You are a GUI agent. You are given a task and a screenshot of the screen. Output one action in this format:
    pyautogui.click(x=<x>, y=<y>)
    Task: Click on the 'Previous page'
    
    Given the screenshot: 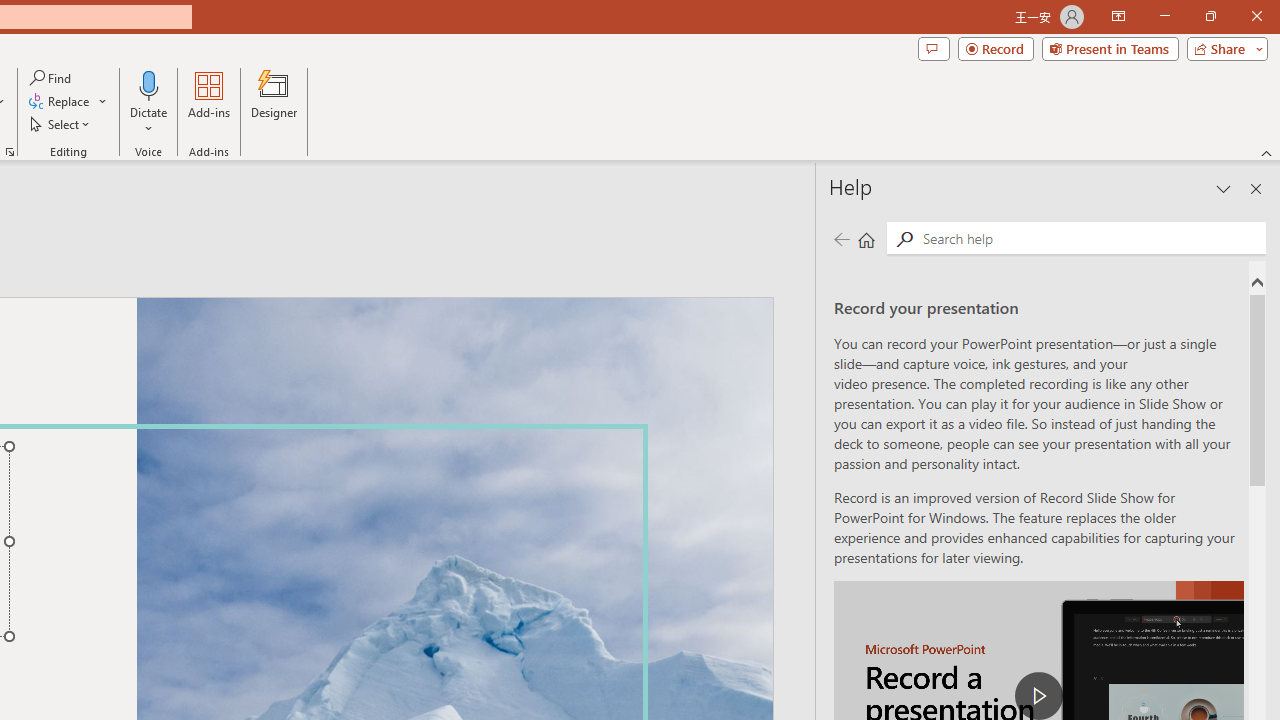 What is the action you would take?
    pyautogui.click(x=841, y=238)
    